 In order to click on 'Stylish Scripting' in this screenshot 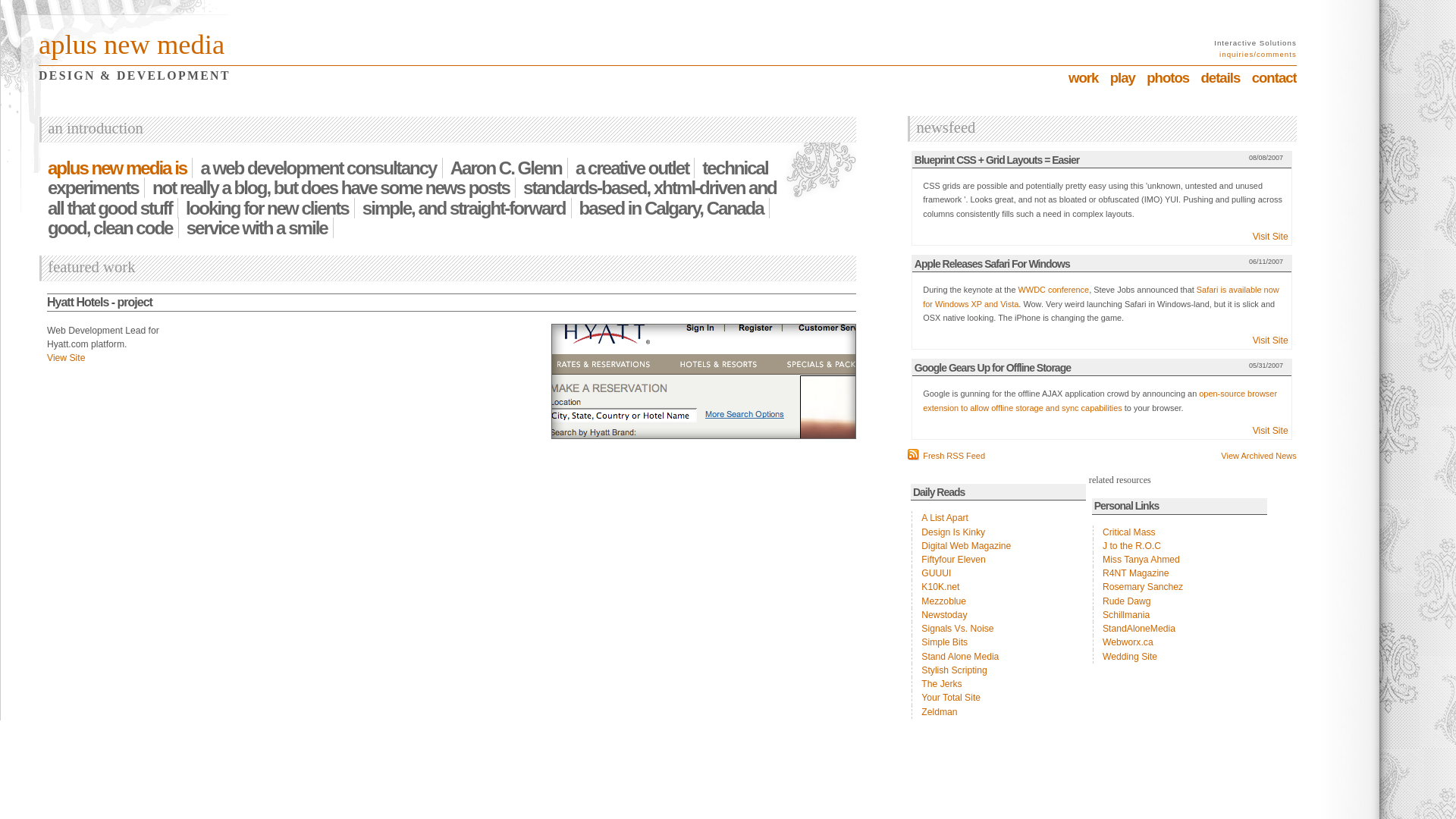, I will do `click(998, 669)`.